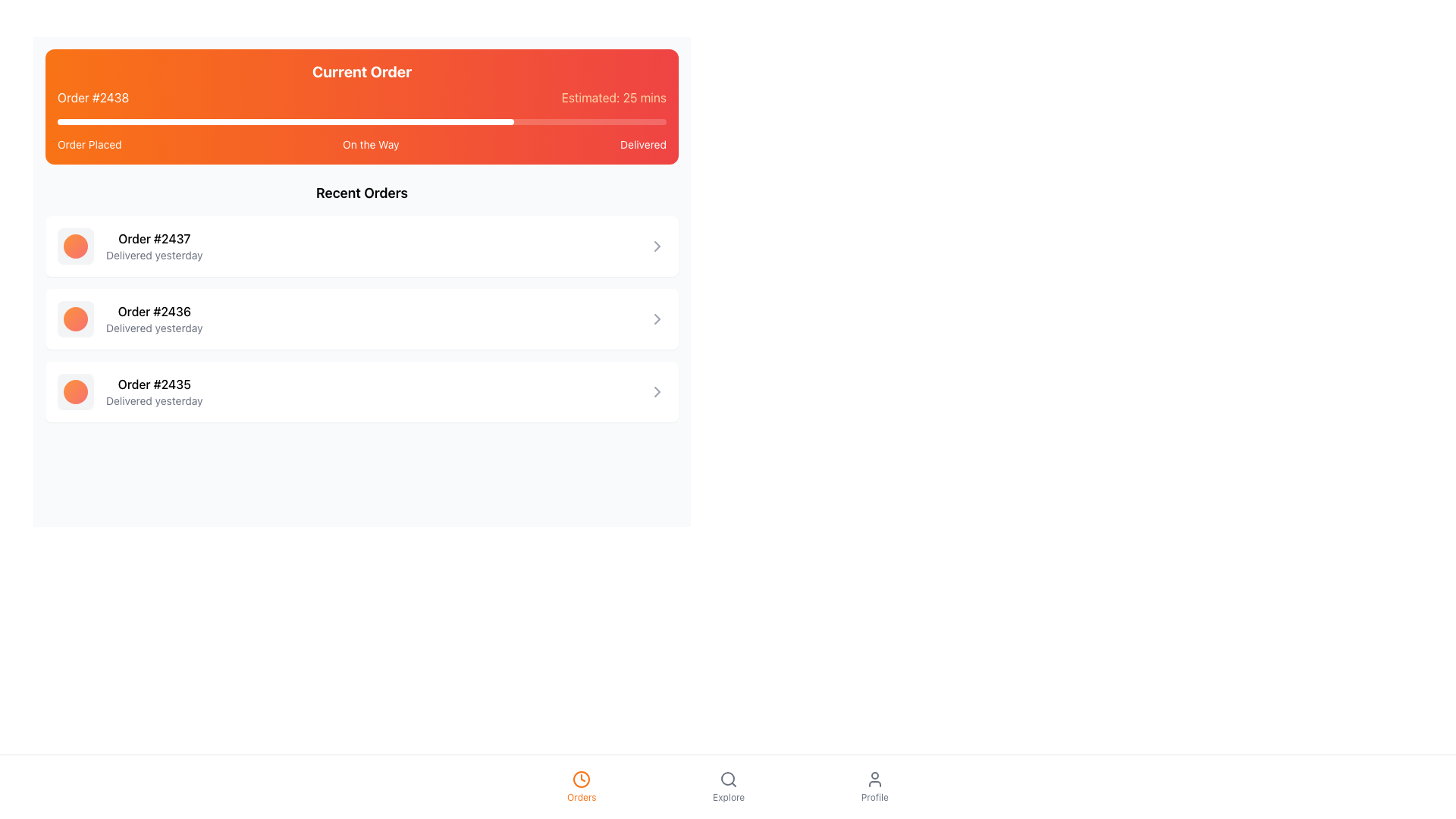  What do you see at coordinates (657, 318) in the screenshot?
I see `the right-pointing gray chevron icon located in the far-right section of the 'Order #2436 Delivered yesterday' card` at bounding box center [657, 318].